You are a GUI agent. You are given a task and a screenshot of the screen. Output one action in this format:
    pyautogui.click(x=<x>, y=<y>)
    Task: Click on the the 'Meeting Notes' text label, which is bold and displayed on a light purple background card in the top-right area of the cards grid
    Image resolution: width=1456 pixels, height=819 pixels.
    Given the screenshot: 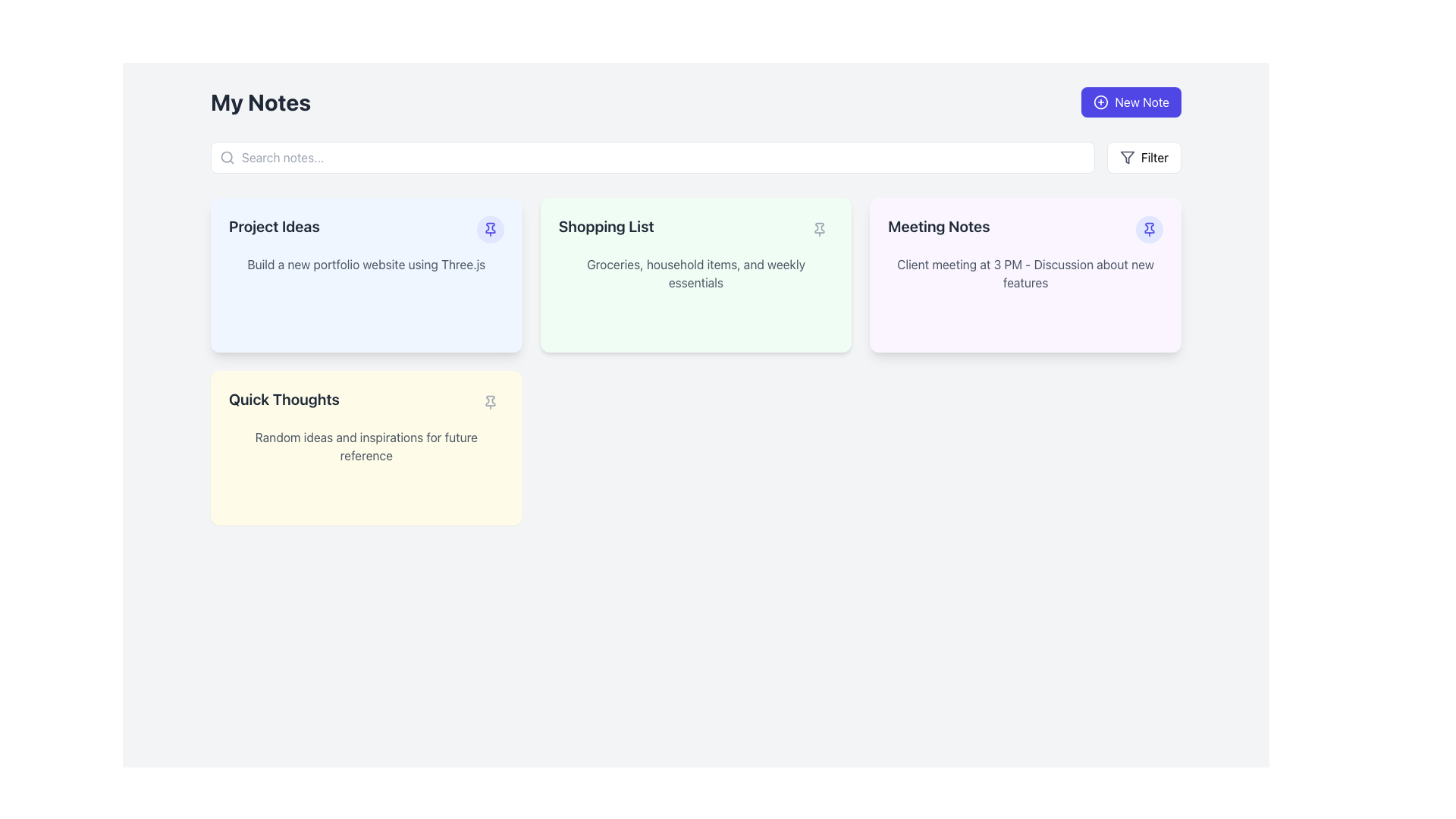 What is the action you would take?
    pyautogui.click(x=938, y=227)
    